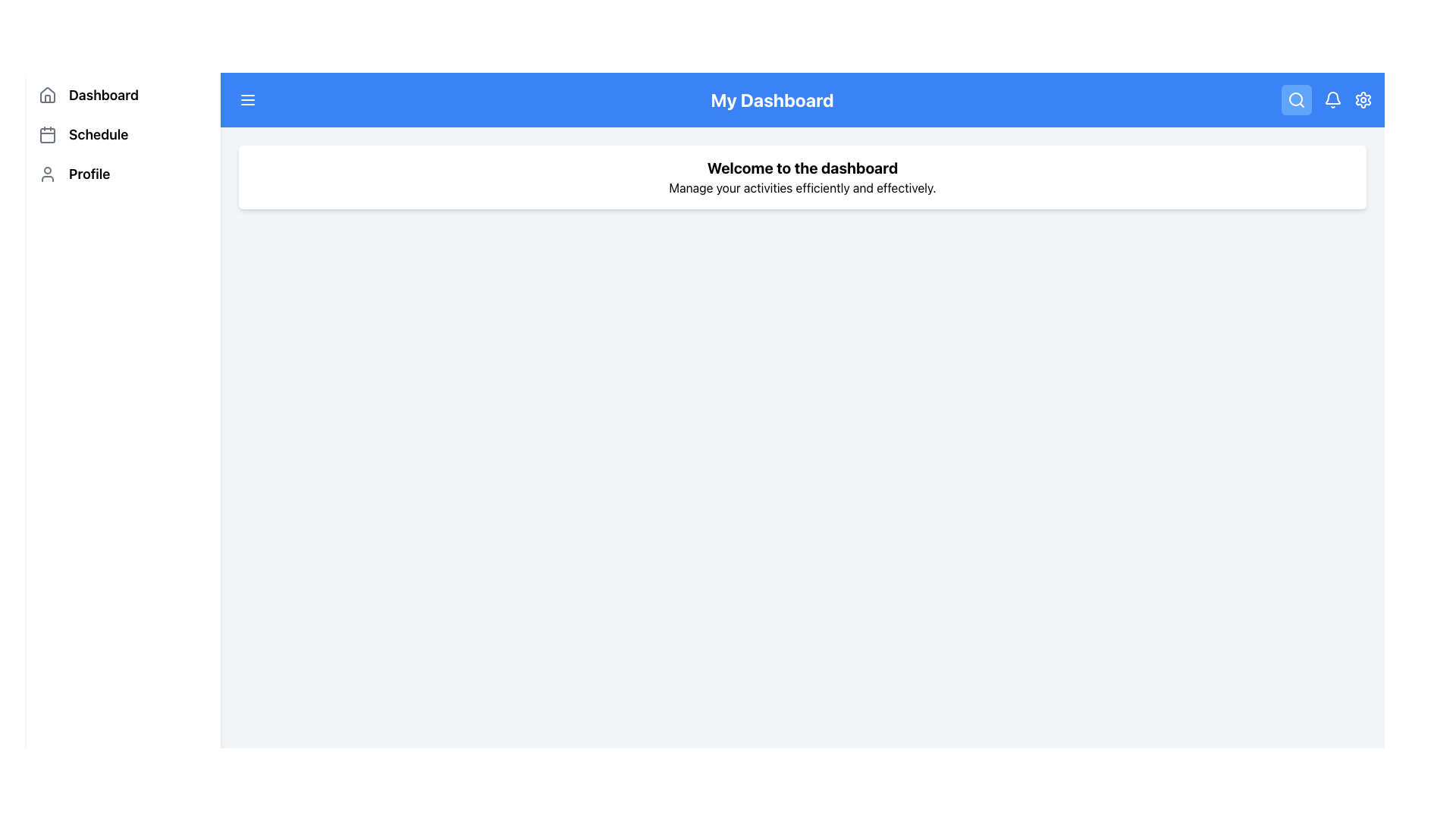 The height and width of the screenshot is (819, 1456). Describe the element at coordinates (1363, 99) in the screenshot. I see `the settings button located at the top-right corner of the header bar, following the bell icon` at that location.